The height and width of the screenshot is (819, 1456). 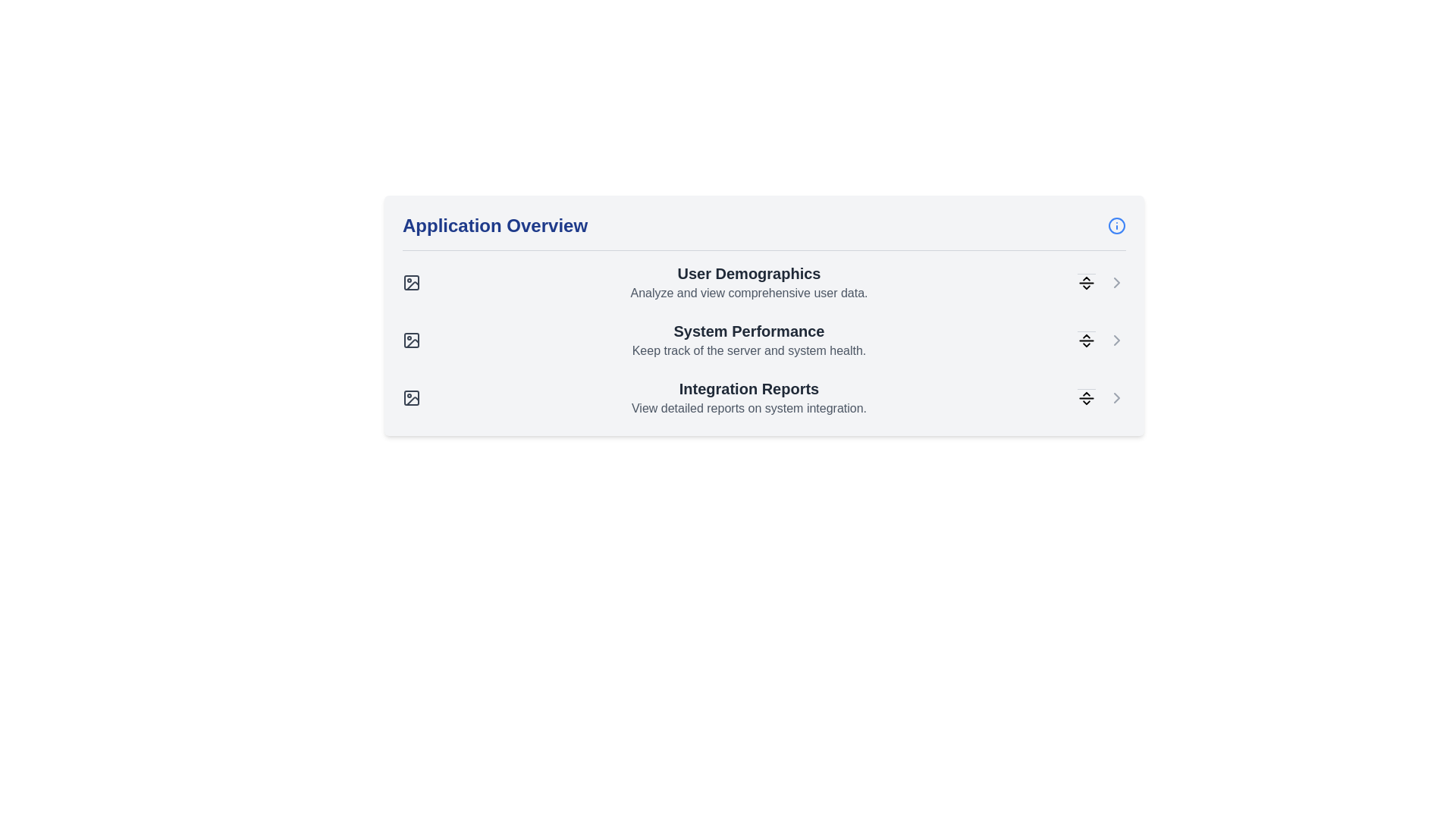 What do you see at coordinates (1086, 397) in the screenshot?
I see `the toggle switch separator icon located on the far right side of the third row in the 'Integration Reports' section` at bounding box center [1086, 397].